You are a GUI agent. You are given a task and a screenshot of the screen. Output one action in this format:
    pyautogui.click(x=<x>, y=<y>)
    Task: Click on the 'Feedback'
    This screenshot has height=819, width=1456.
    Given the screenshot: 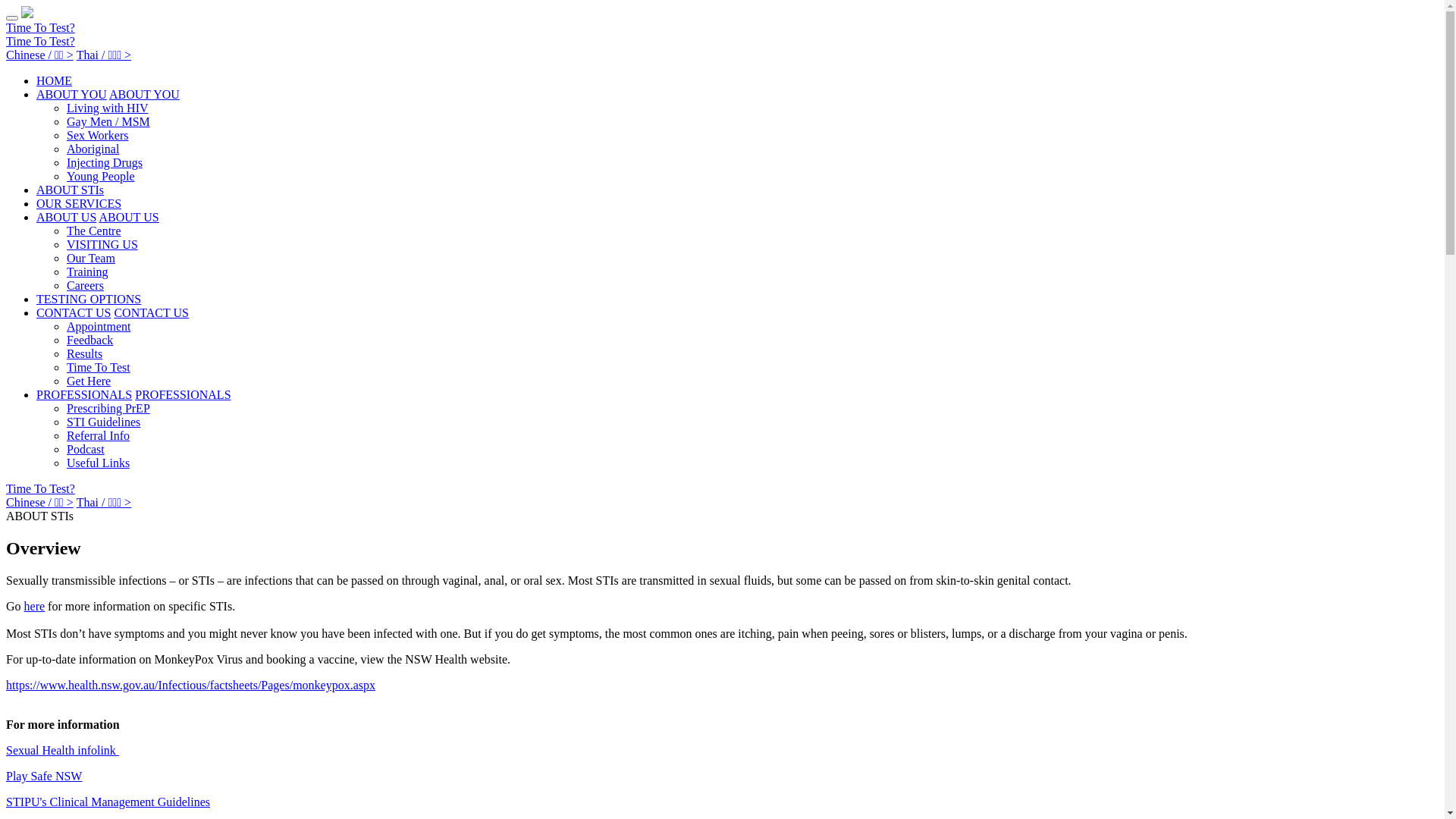 What is the action you would take?
    pyautogui.click(x=89, y=339)
    